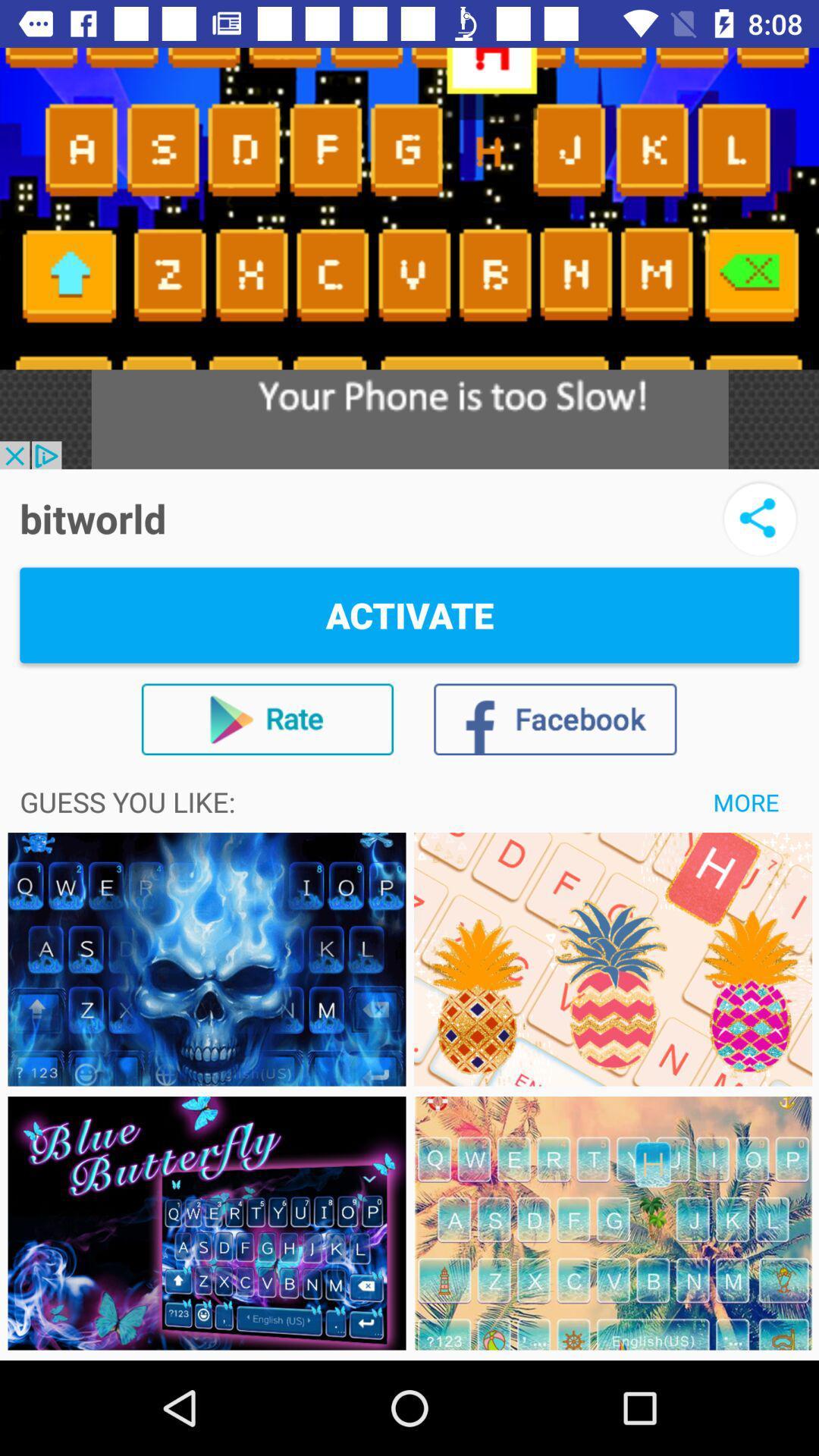 This screenshot has height=1456, width=819. Describe the element at coordinates (409, 615) in the screenshot. I see `the activate` at that location.